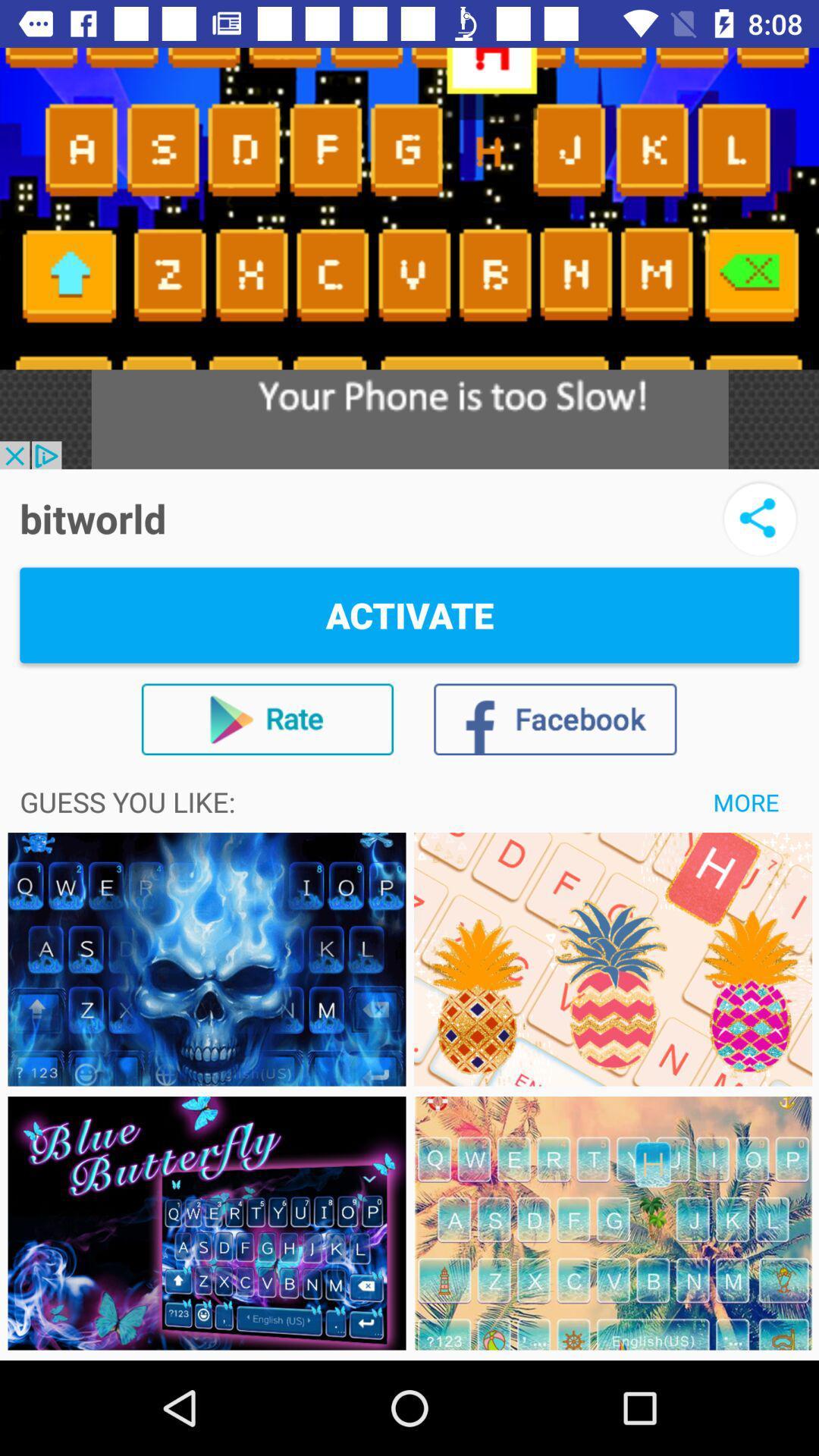 This screenshot has height=1456, width=819. Describe the element at coordinates (409, 615) in the screenshot. I see `the activate` at that location.